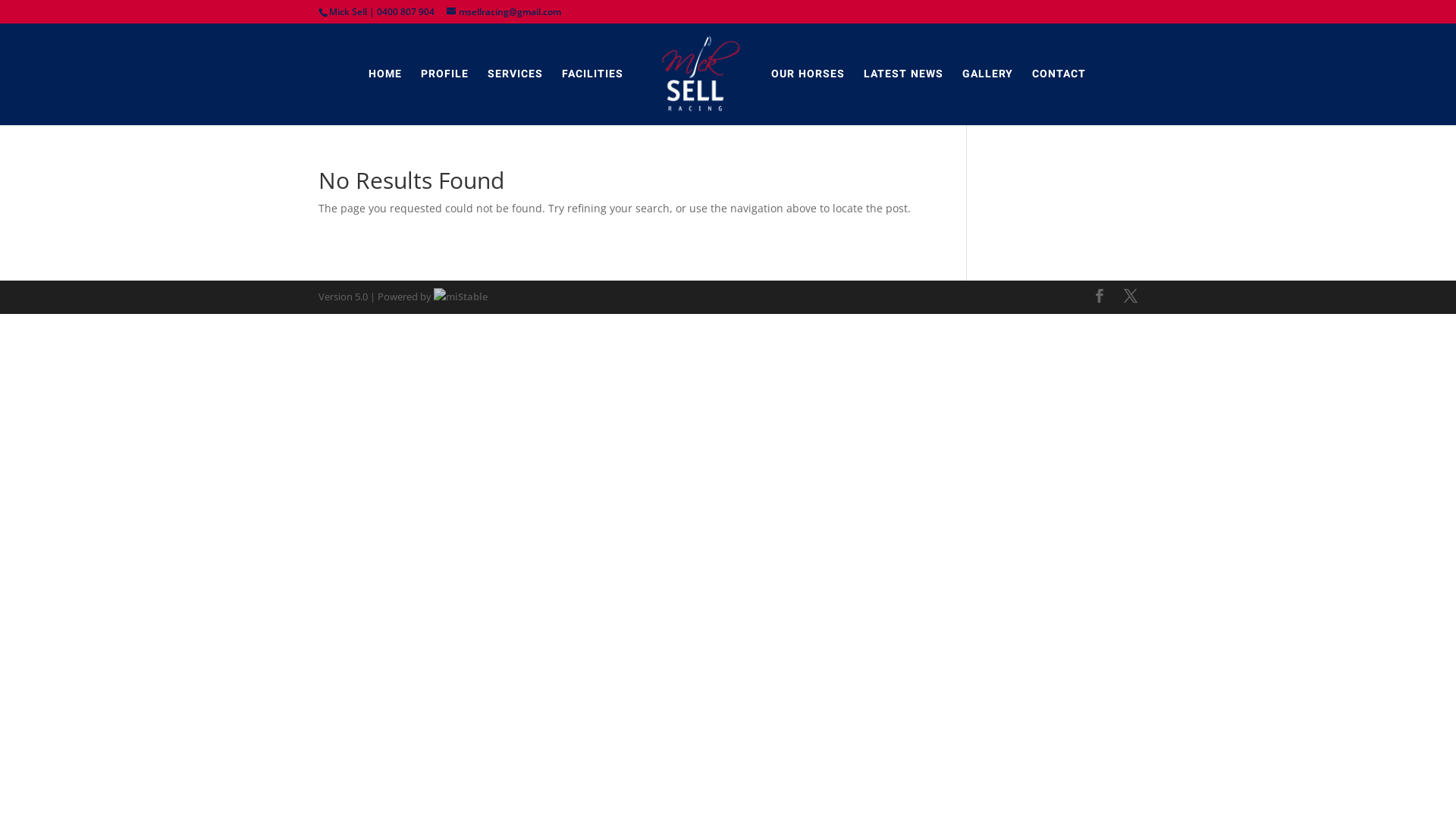 This screenshot has height=819, width=1456. What do you see at coordinates (591, 74) in the screenshot?
I see `'FACILITIES'` at bounding box center [591, 74].